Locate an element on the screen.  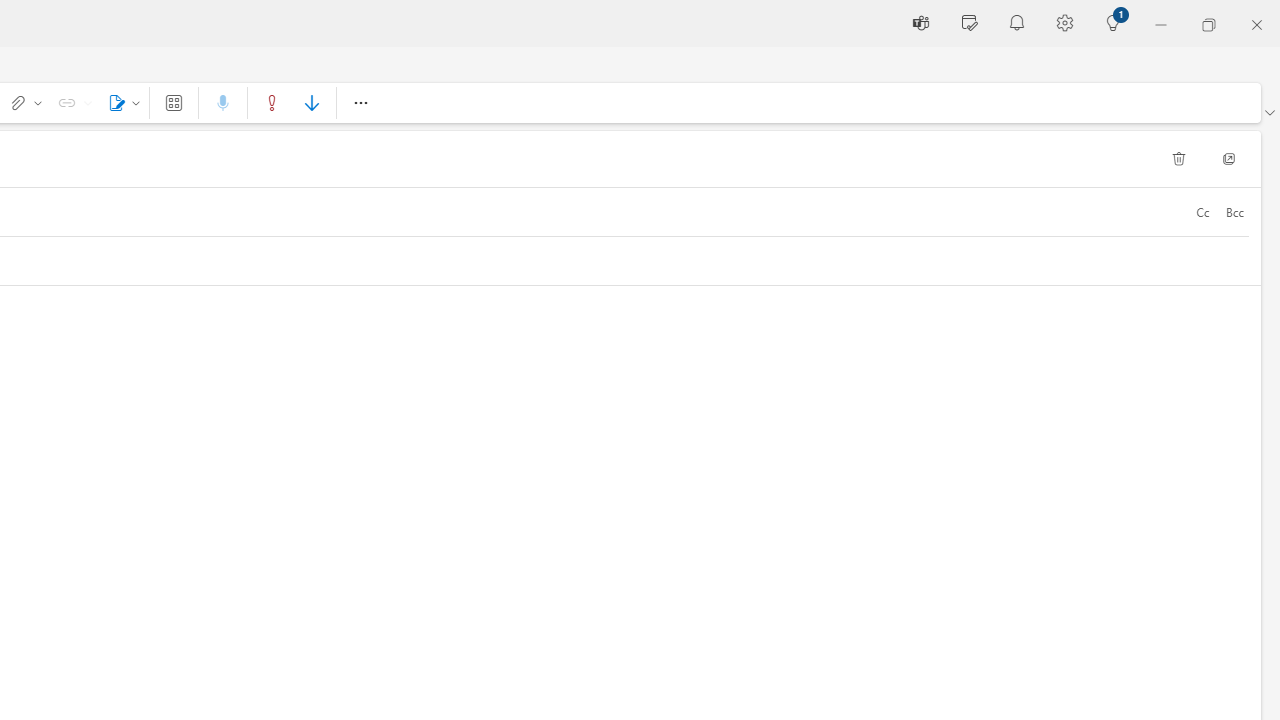
'Ribbon display options' is located at coordinates (1268, 113).